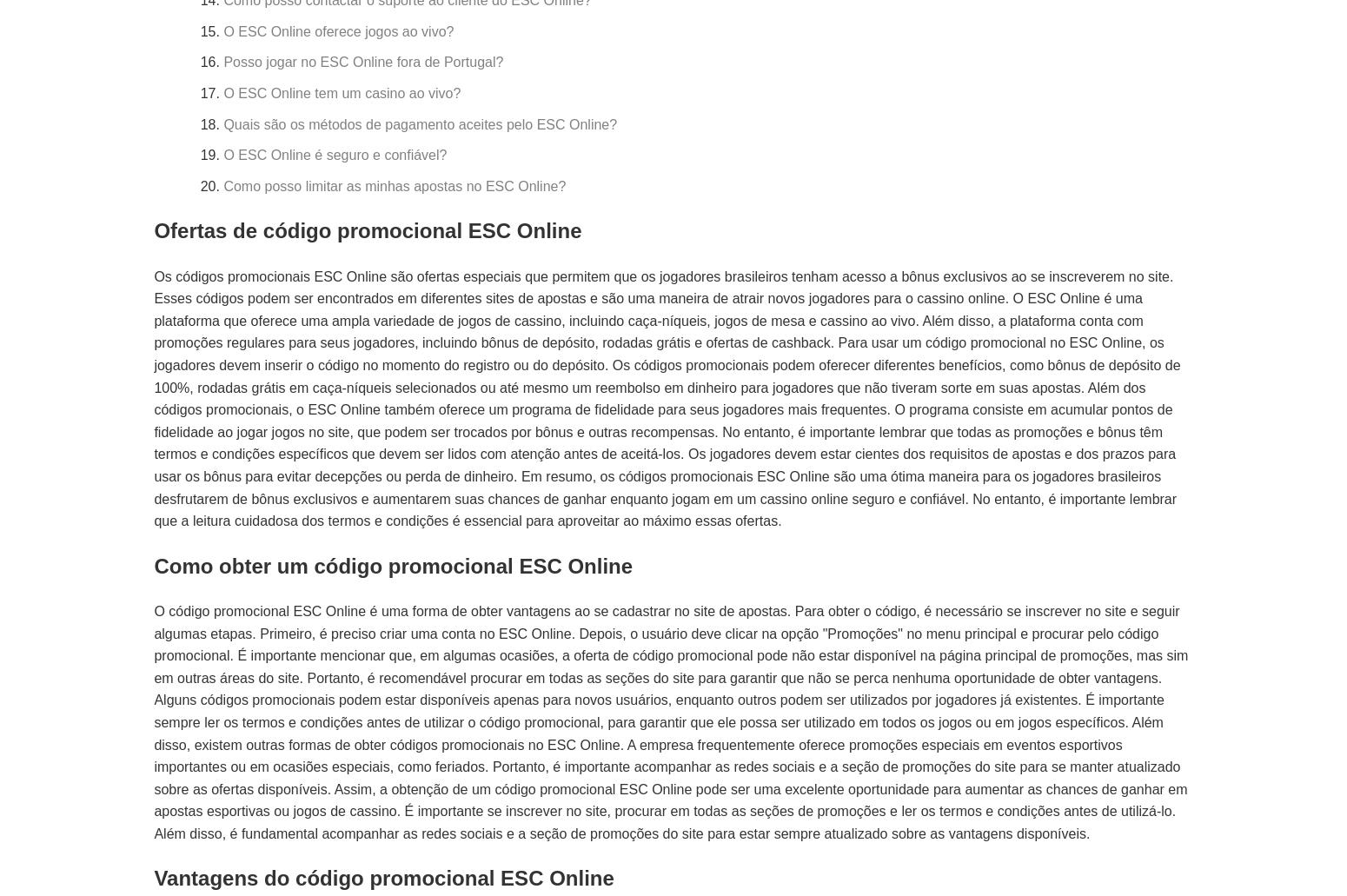 The width and height of the screenshot is (1347, 896). What do you see at coordinates (383, 877) in the screenshot?
I see `'Vantagens do código promocional ESC Online'` at bounding box center [383, 877].